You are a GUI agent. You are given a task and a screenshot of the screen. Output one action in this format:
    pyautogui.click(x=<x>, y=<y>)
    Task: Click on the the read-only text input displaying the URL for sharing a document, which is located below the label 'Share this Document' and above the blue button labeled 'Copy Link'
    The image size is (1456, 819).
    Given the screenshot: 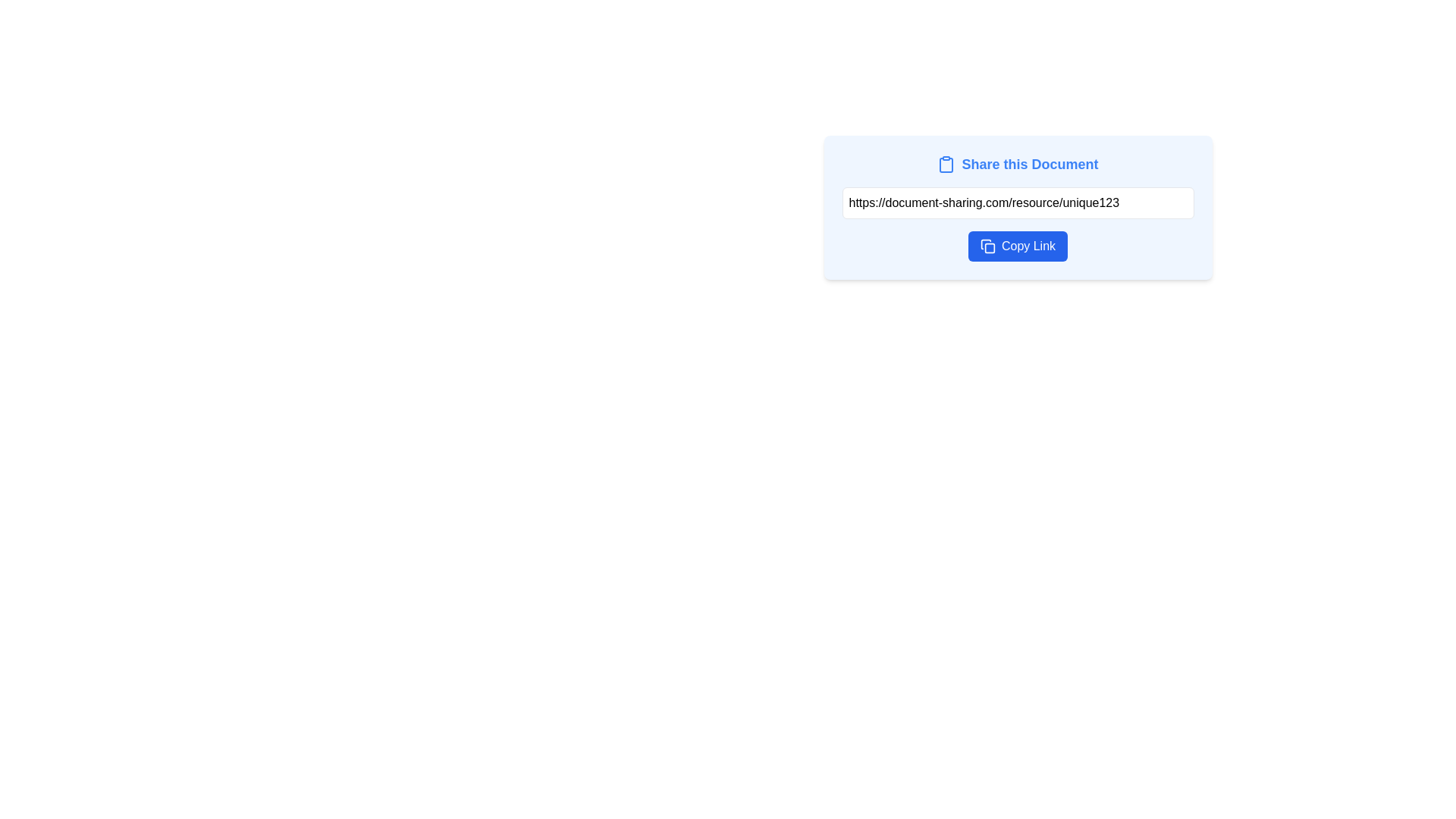 What is the action you would take?
    pyautogui.click(x=1018, y=207)
    